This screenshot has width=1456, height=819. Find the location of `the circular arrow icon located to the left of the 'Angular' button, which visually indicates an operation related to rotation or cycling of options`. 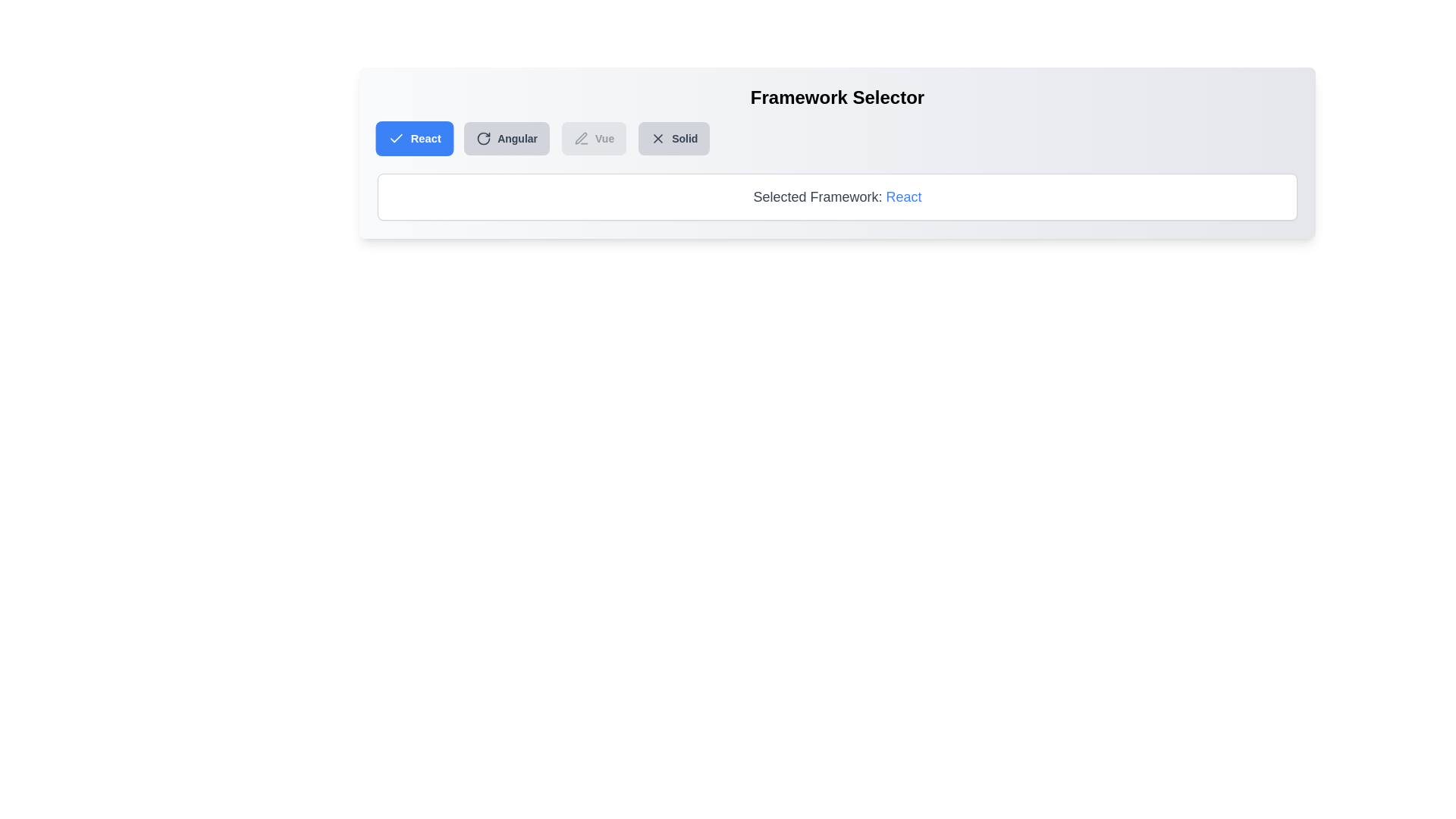

the circular arrow icon located to the left of the 'Angular' button, which visually indicates an operation related to rotation or cycling of options is located at coordinates (483, 138).